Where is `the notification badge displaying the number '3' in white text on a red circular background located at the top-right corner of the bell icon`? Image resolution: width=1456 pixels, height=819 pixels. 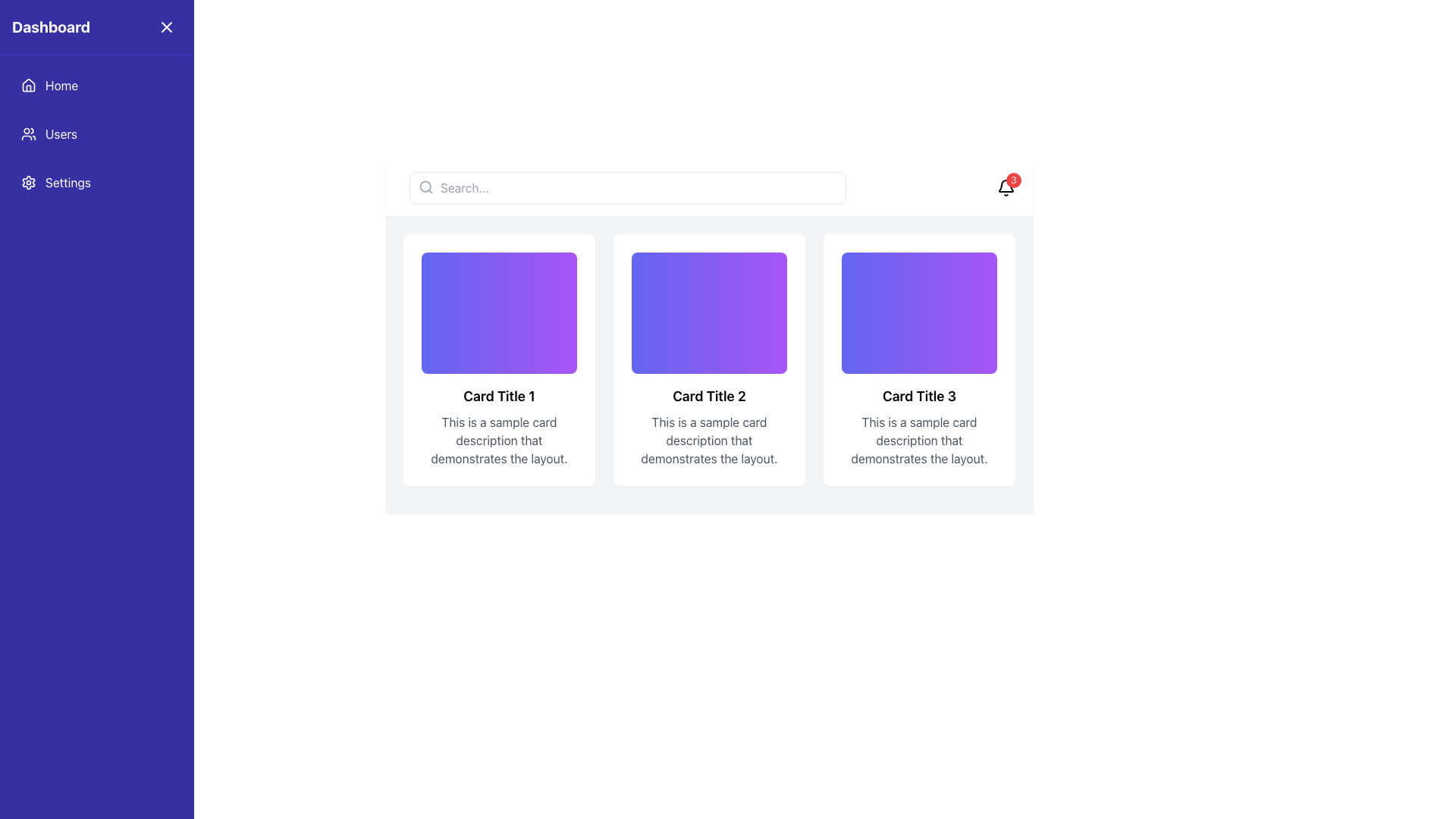
the notification badge displaying the number '3' in white text on a red circular background located at the top-right corner of the bell icon is located at coordinates (1006, 187).